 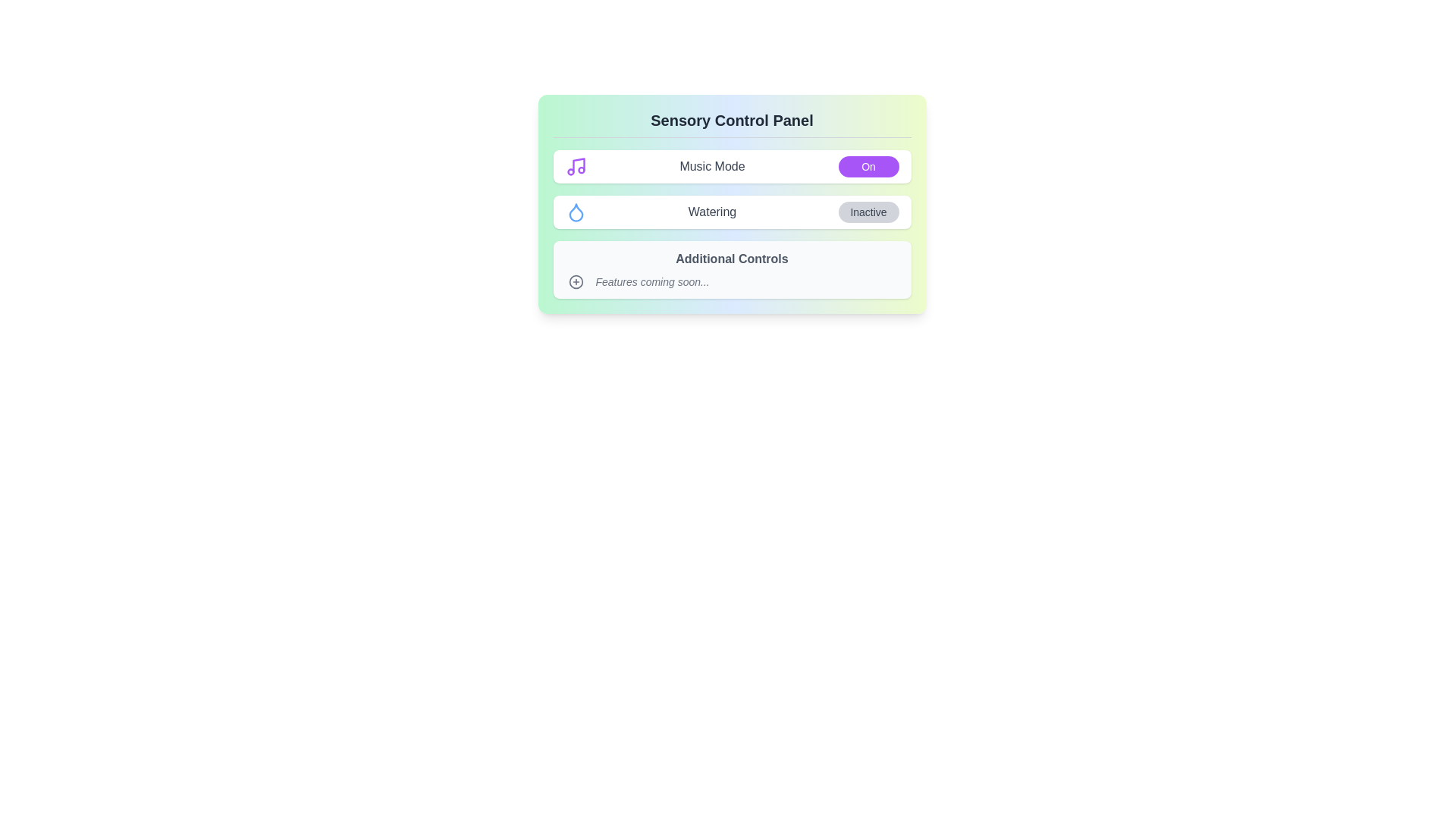 What do you see at coordinates (575, 212) in the screenshot?
I see `the blue droplet icon located next to the 'Watering' text label in the 'Watering' control section of the 'Sensory Control Panel'` at bounding box center [575, 212].